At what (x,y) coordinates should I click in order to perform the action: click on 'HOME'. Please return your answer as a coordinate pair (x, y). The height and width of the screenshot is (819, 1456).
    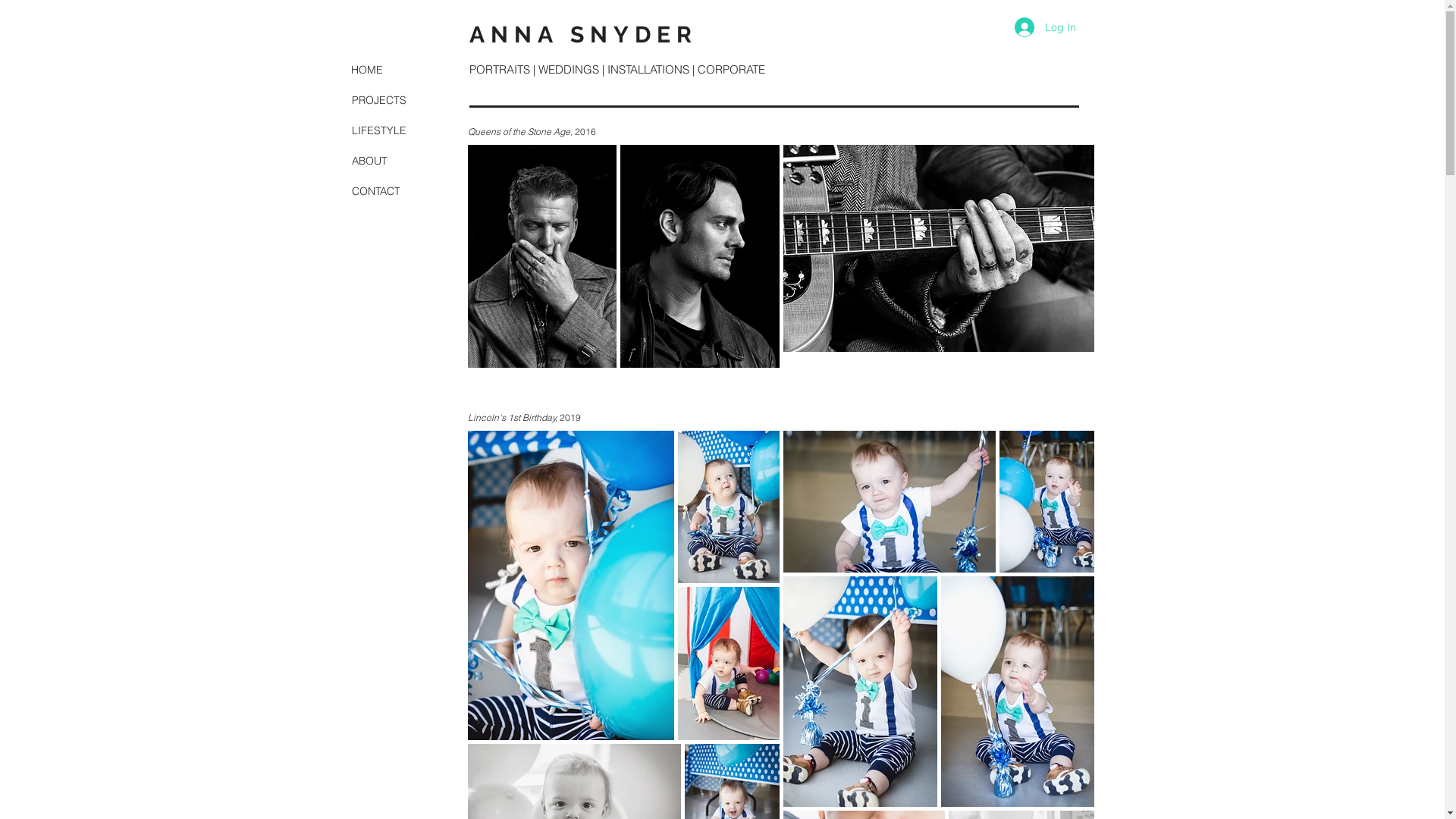
    Looking at the image, I should click on (403, 70).